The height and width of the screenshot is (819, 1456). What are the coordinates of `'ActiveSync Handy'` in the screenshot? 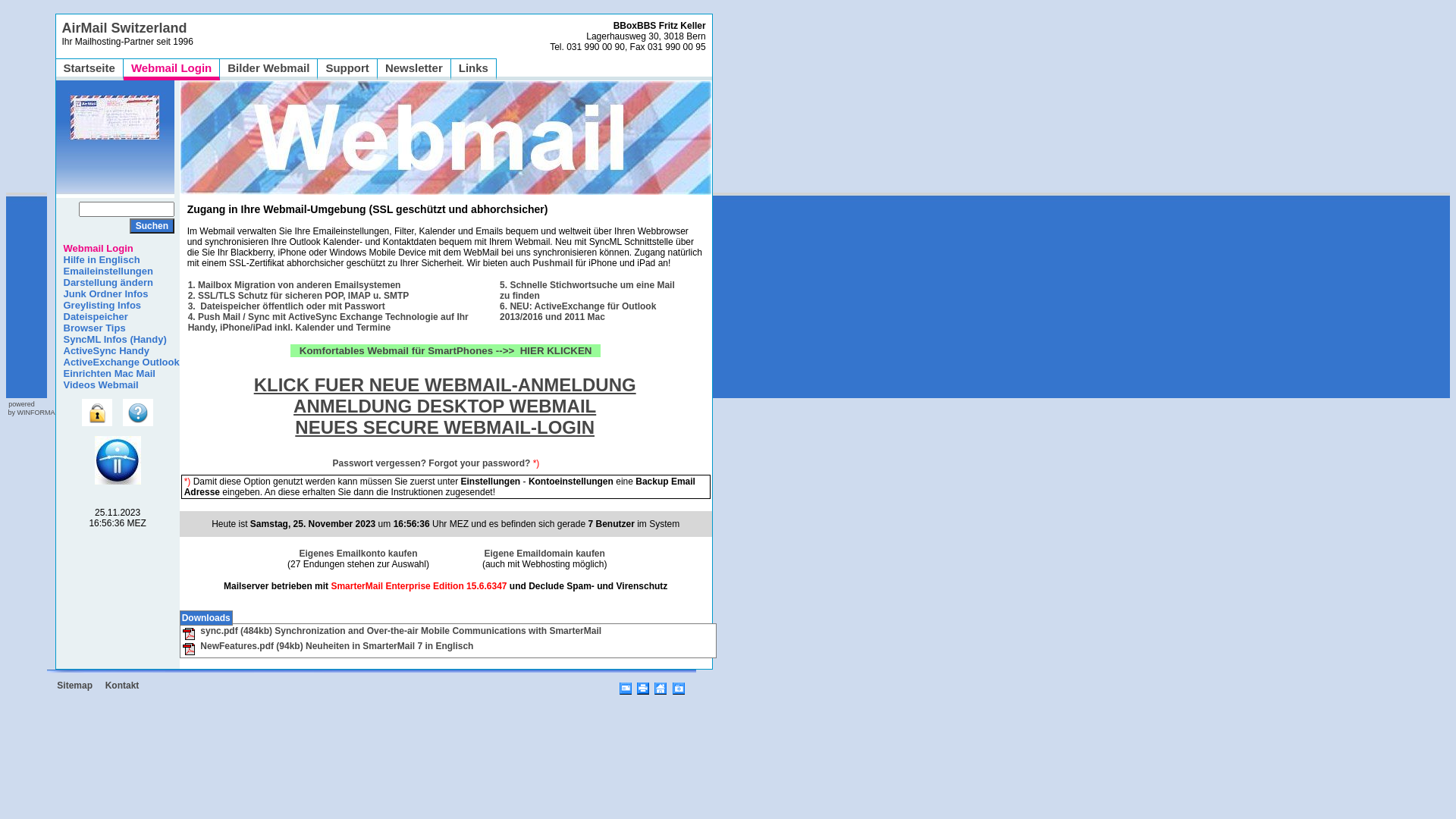 It's located at (102, 350).